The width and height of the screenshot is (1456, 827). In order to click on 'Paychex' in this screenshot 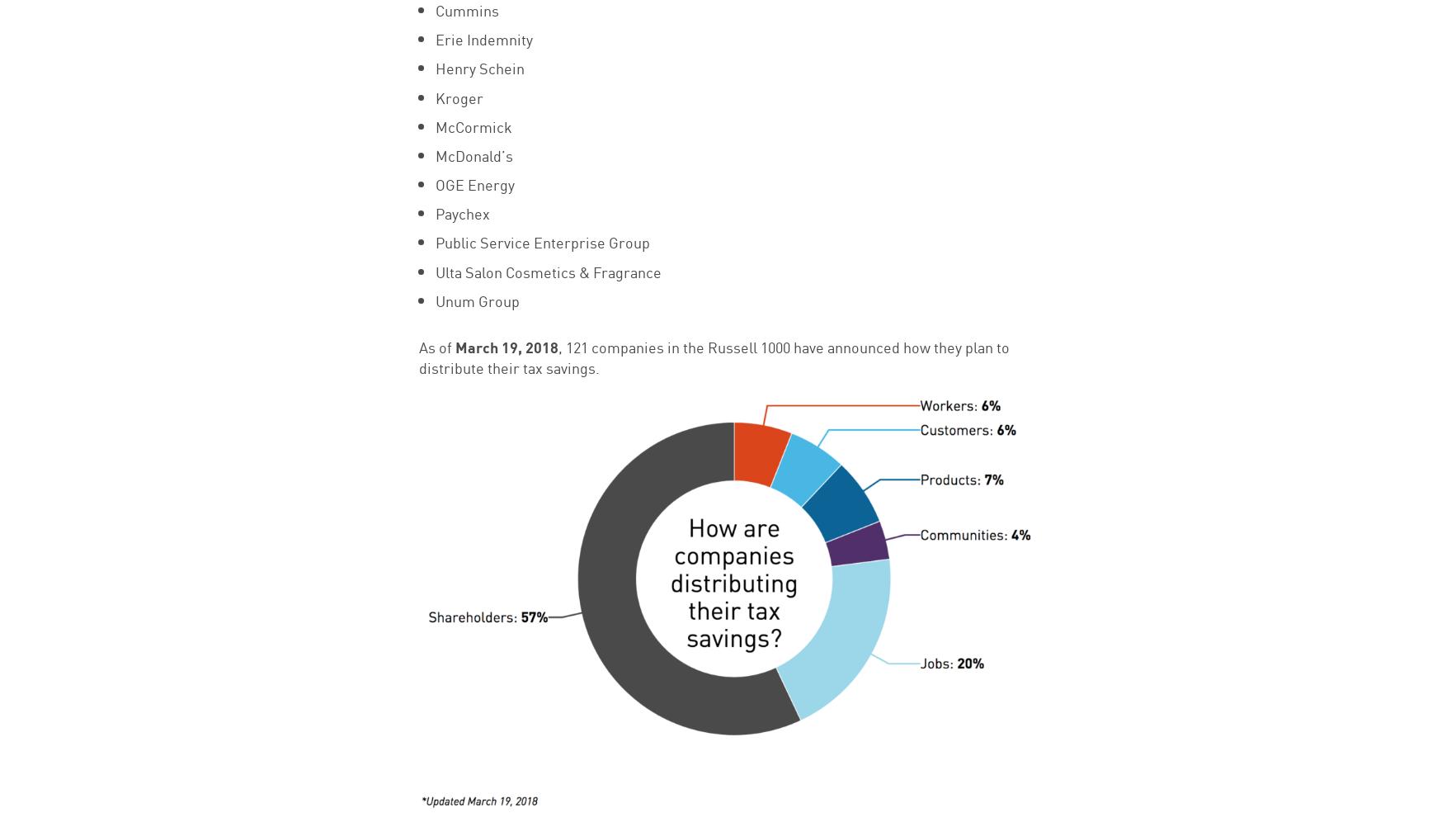, I will do `click(461, 212)`.